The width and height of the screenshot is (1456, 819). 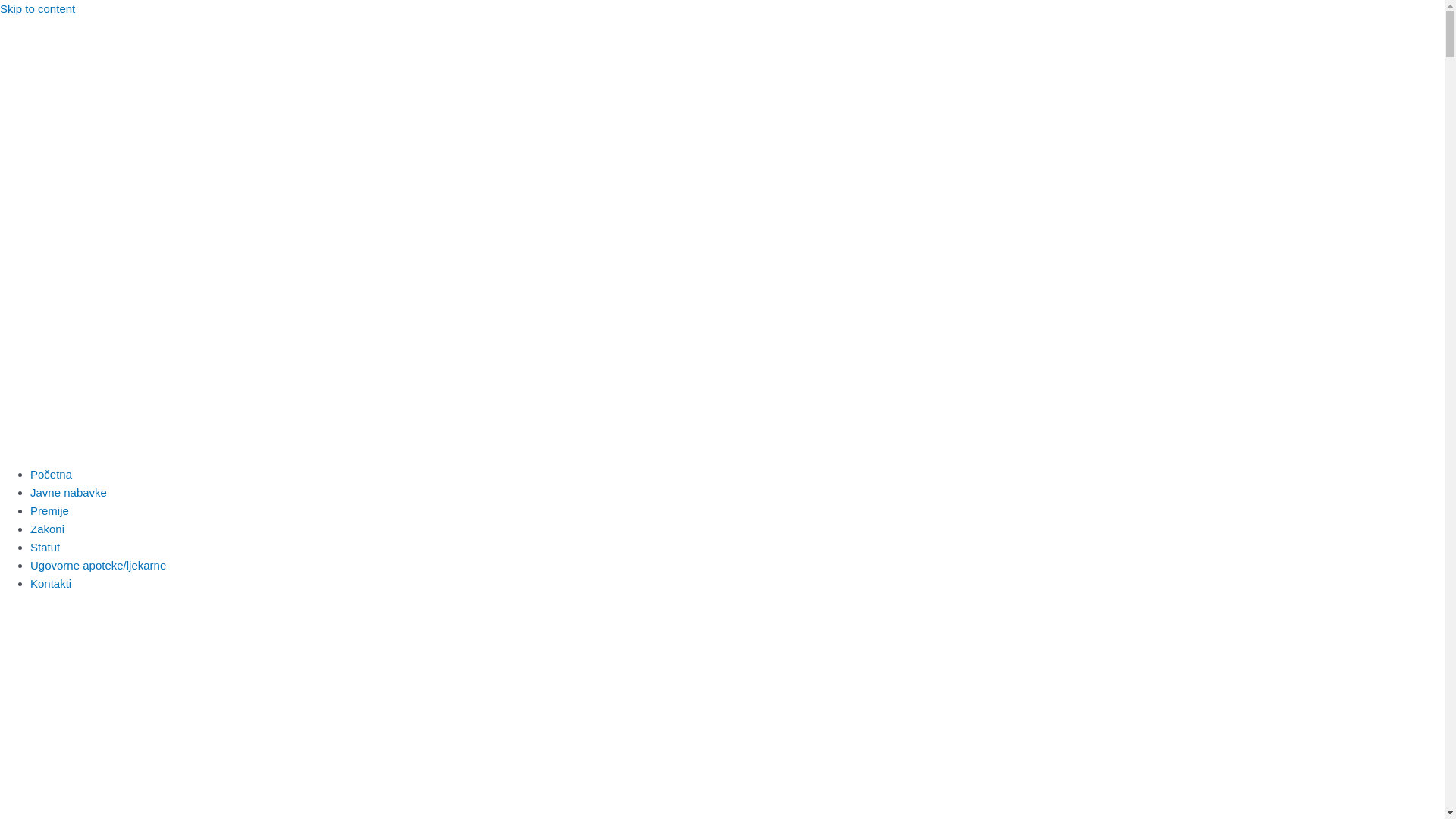 I want to click on 'Skip to content', so click(x=37, y=8).